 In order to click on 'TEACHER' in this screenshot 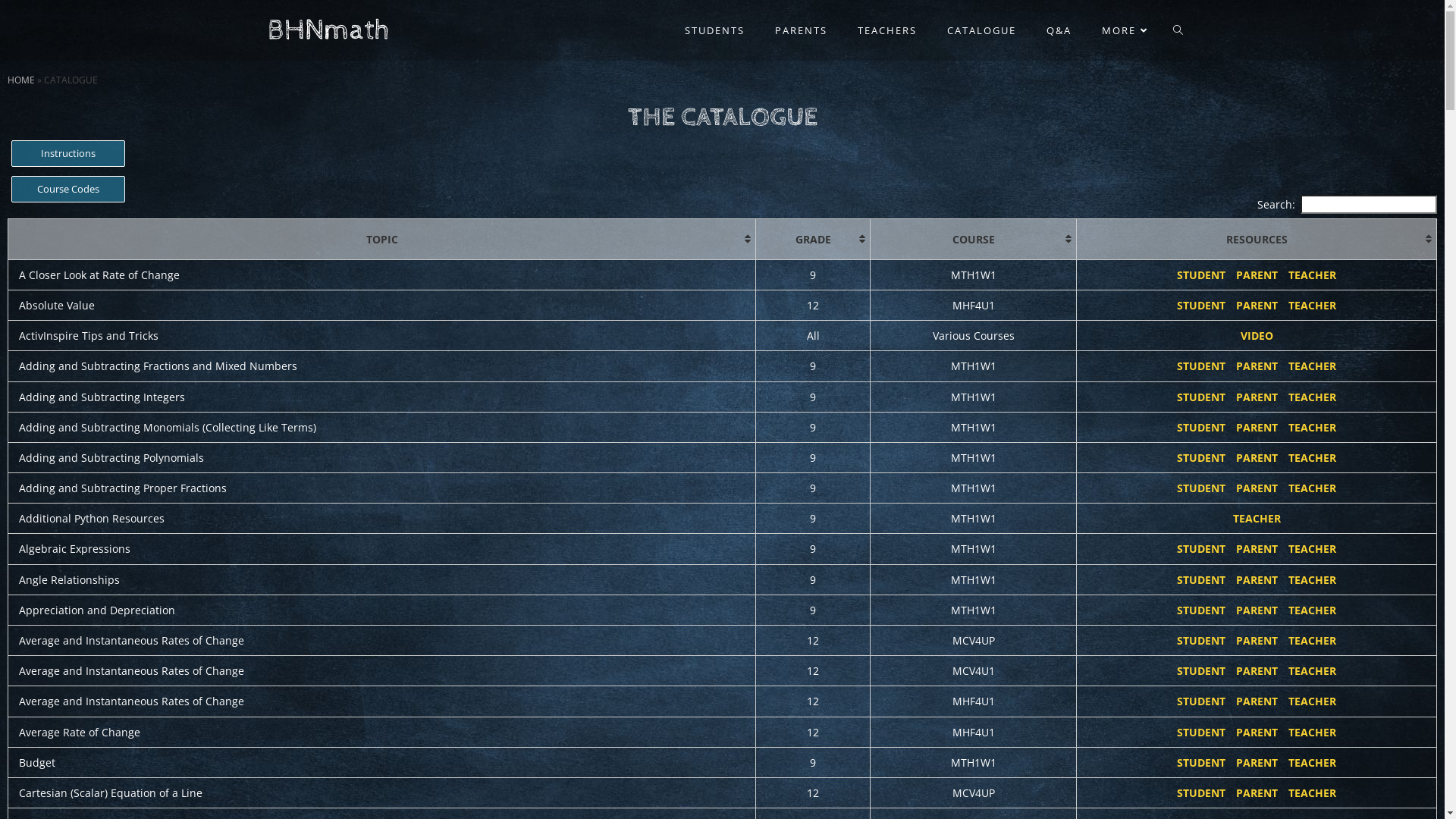, I will do `click(1311, 305)`.